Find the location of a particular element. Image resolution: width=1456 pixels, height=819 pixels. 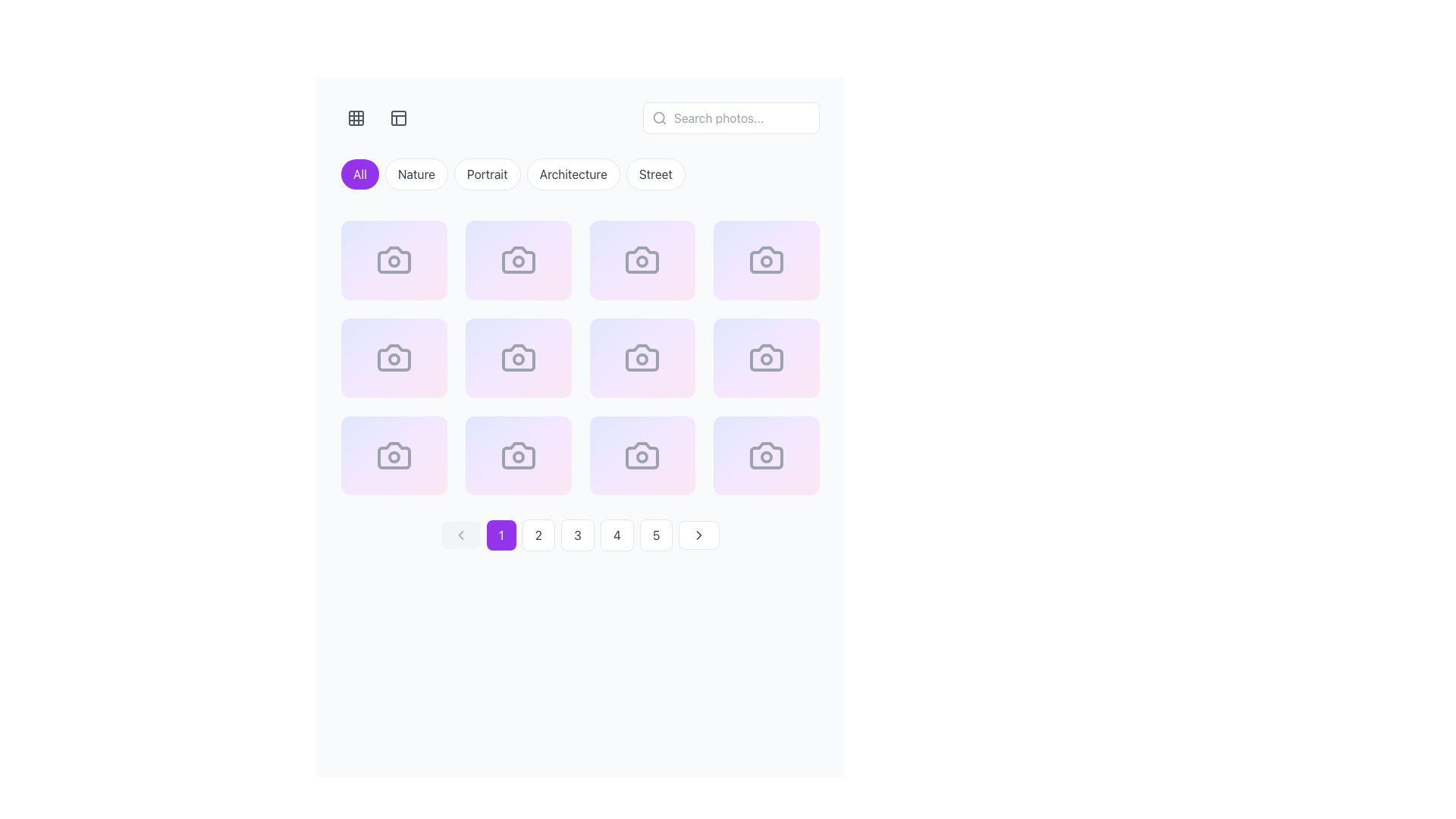

the active Circle indicating the highlighted state of the camera icon, which is the third item in the second row of the grid layout is located at coordinates (642, 261).